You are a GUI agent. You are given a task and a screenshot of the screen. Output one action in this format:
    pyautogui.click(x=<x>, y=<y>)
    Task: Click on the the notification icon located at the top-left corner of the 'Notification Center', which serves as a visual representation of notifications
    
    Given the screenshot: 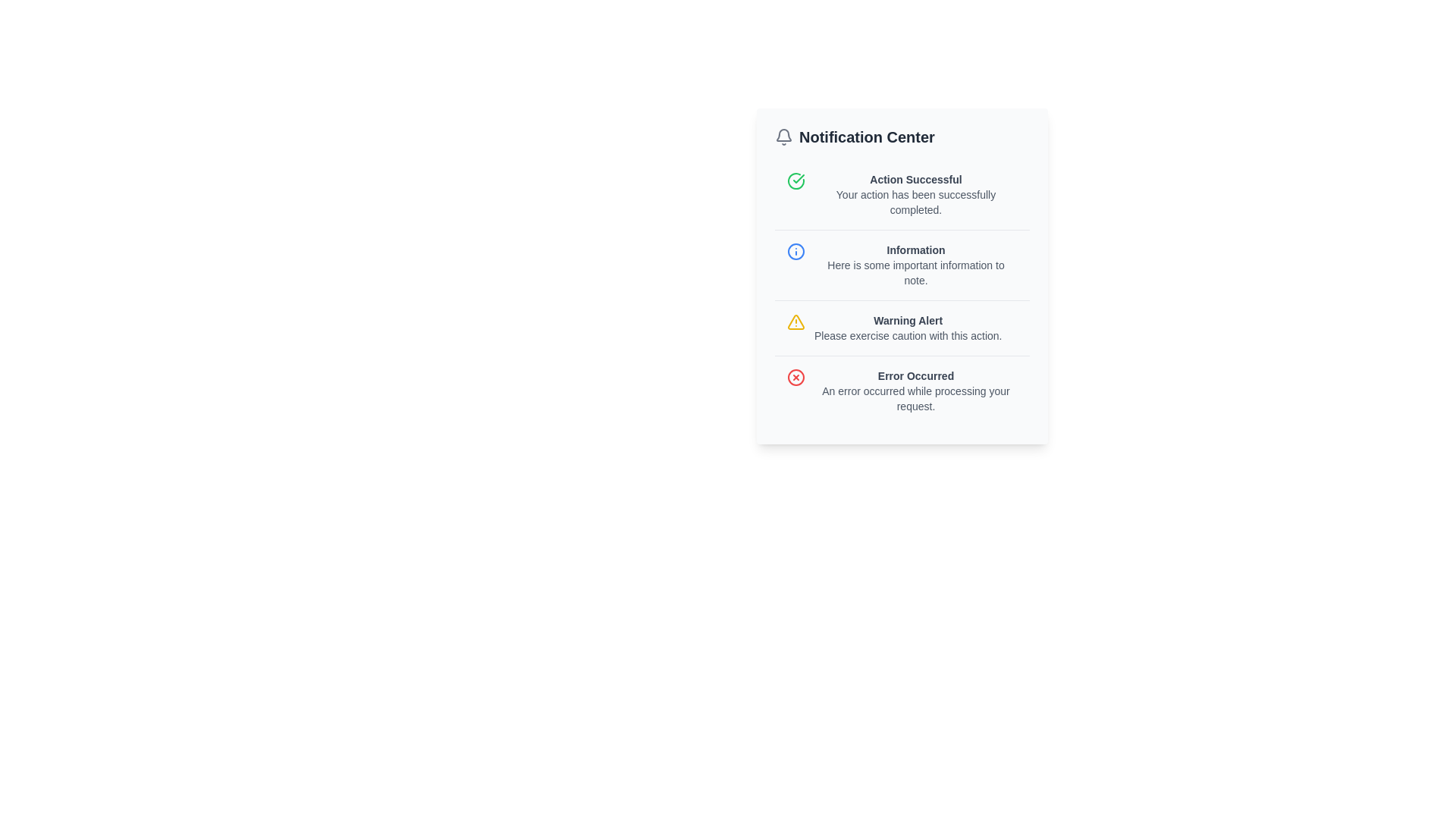 What is the action you would take?
    pyautogui.click(x=783, y=137)
    